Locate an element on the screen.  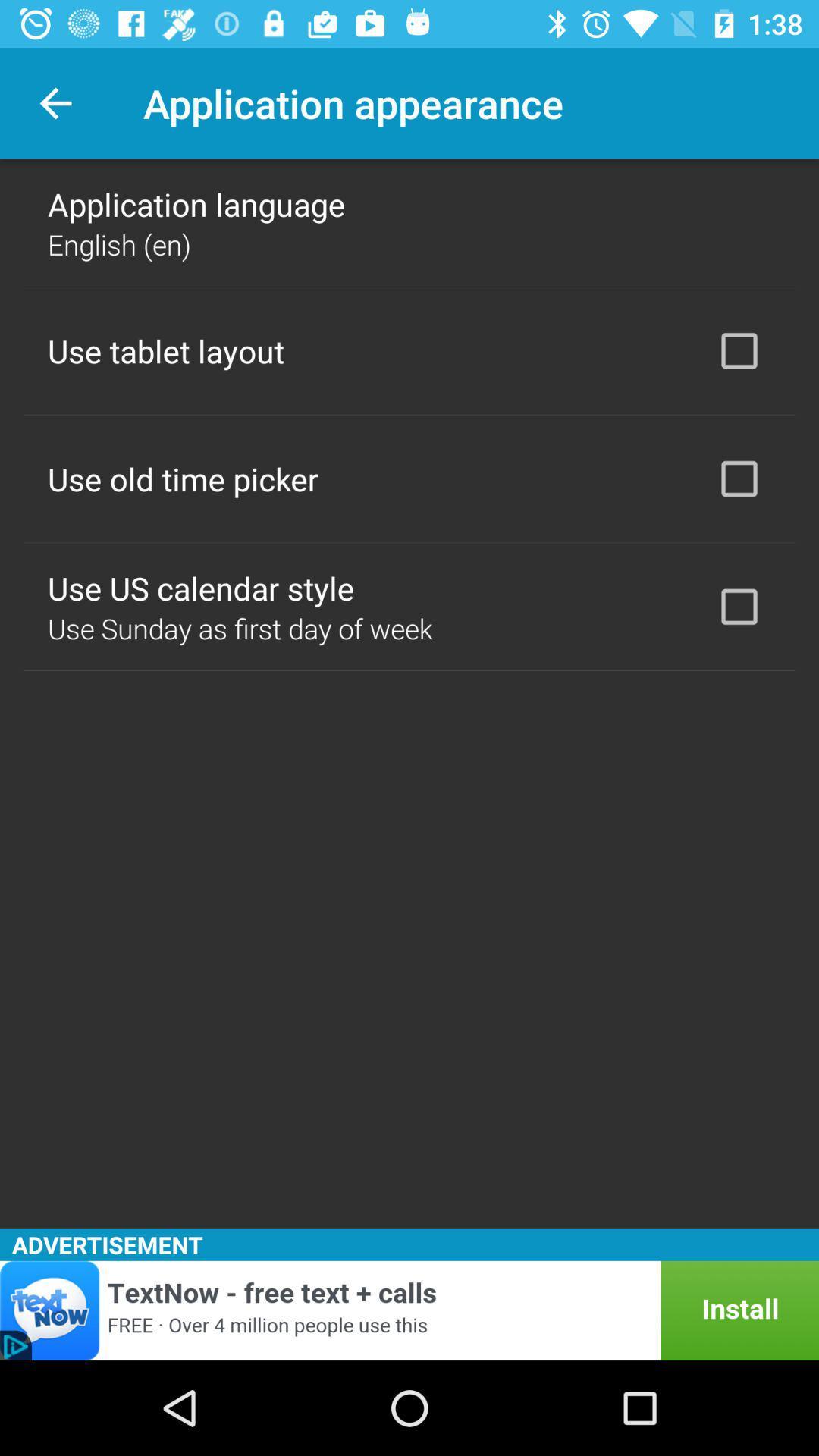
us calendar style is located at coordinates (739, 607).